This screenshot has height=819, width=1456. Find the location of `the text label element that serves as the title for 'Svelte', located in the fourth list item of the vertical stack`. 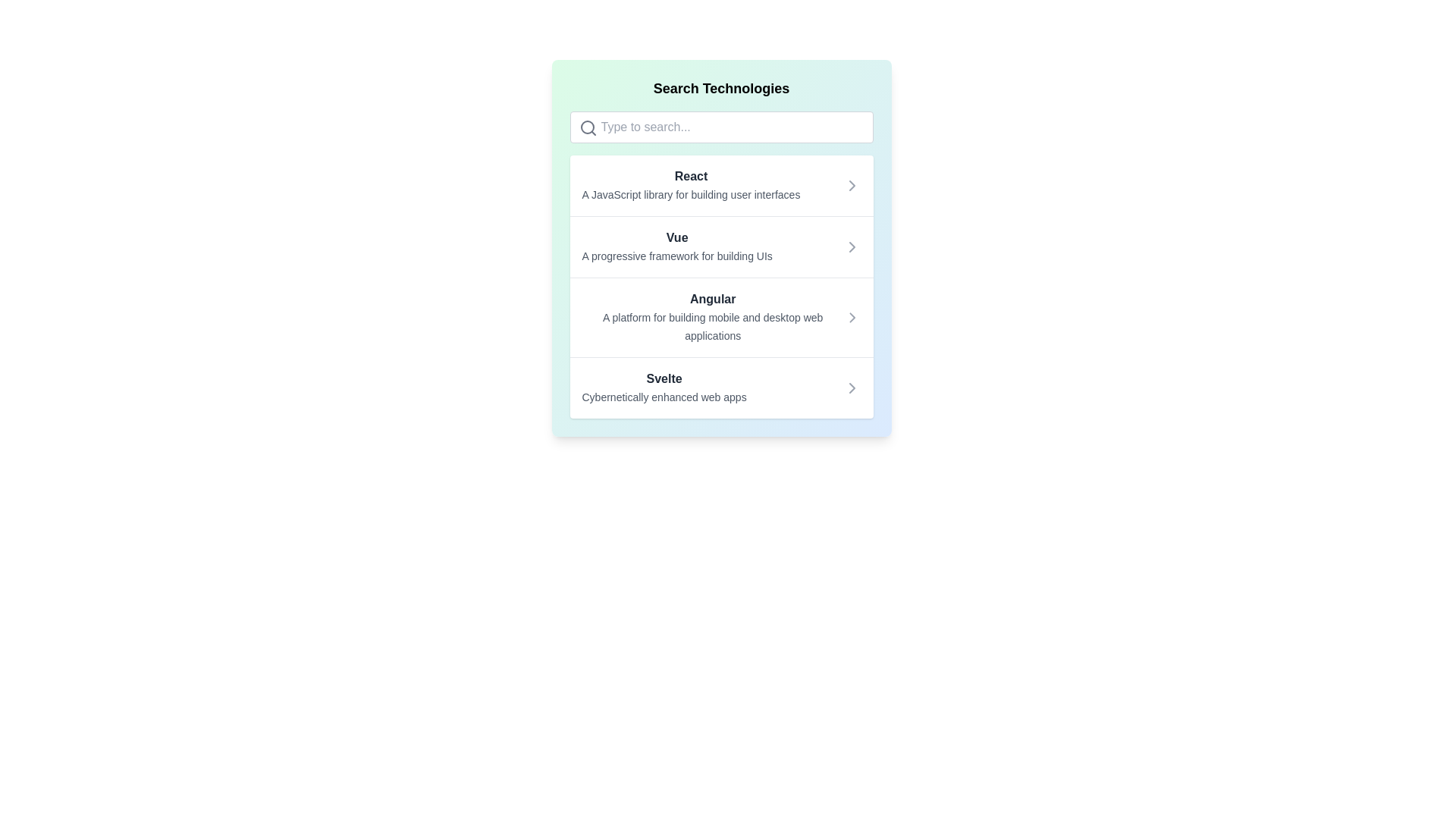

the text label element that serves as the title for 'Svelte', located in the fourth list item of the vertical stack is located at coordinates (664, 378).